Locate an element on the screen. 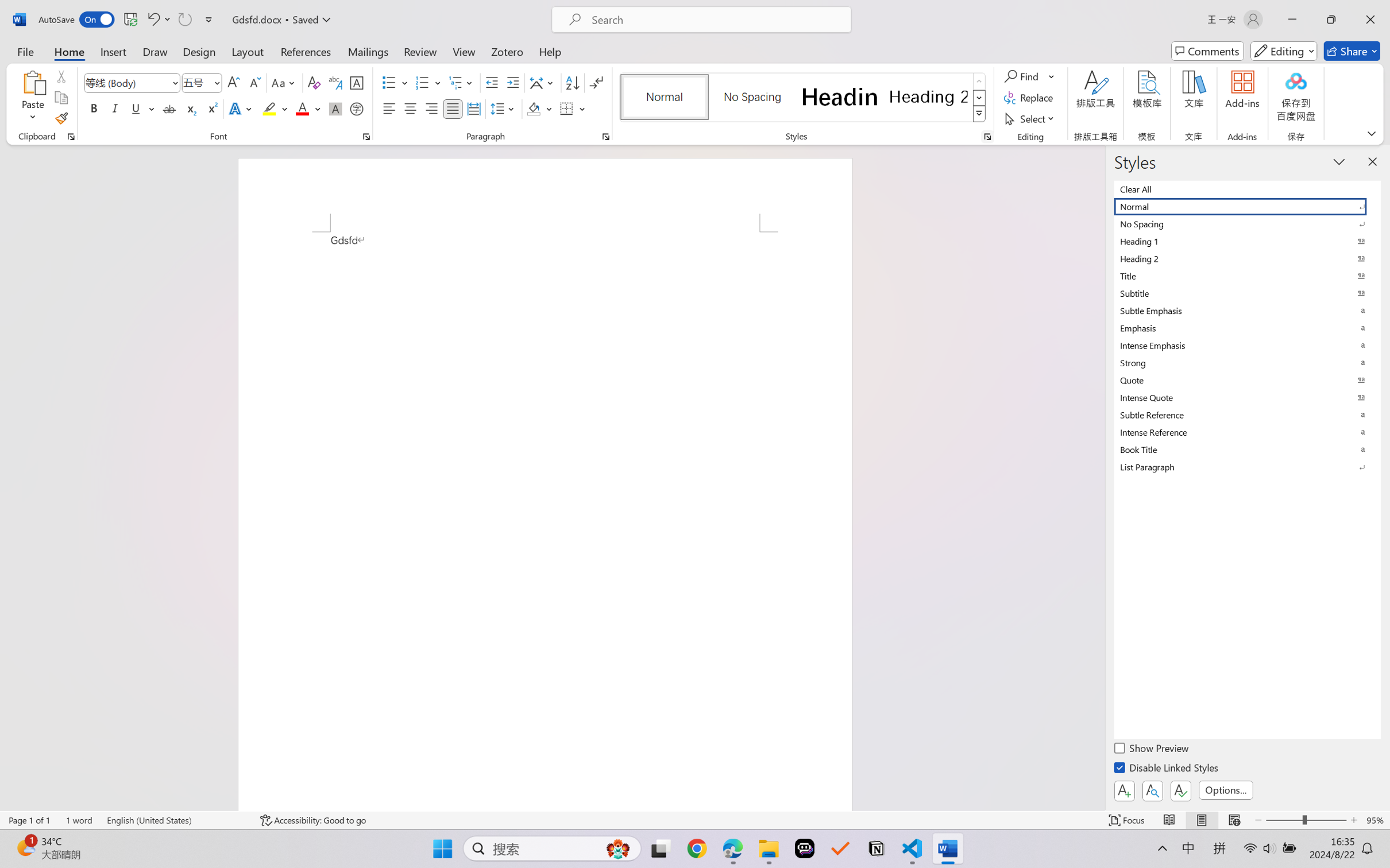 This screenshot has height=868, width=1390. 'Task Pane Options' is located at coordinates (1339, 161).